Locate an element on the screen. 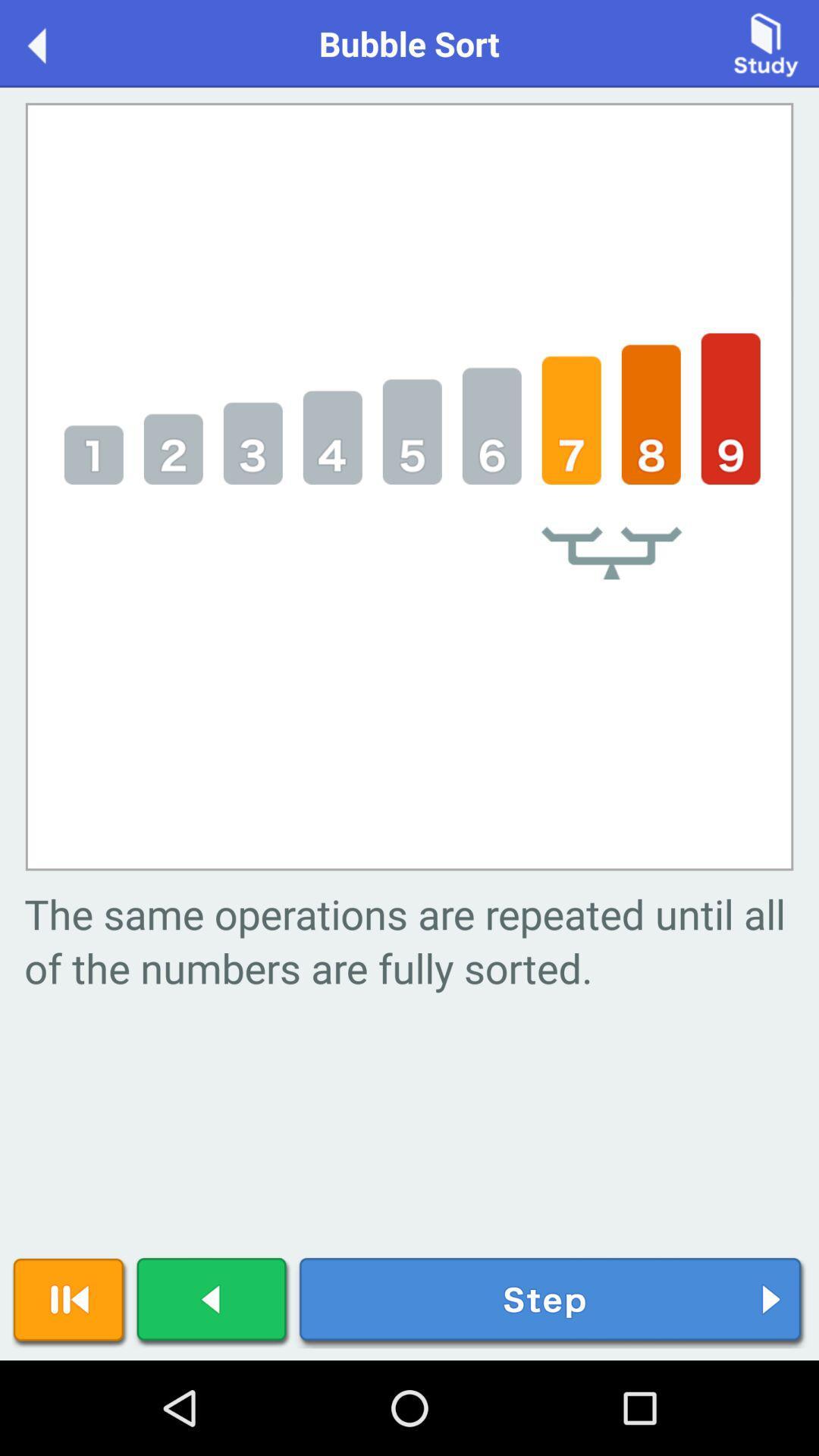  to study option is located at coordinates (766, 42).